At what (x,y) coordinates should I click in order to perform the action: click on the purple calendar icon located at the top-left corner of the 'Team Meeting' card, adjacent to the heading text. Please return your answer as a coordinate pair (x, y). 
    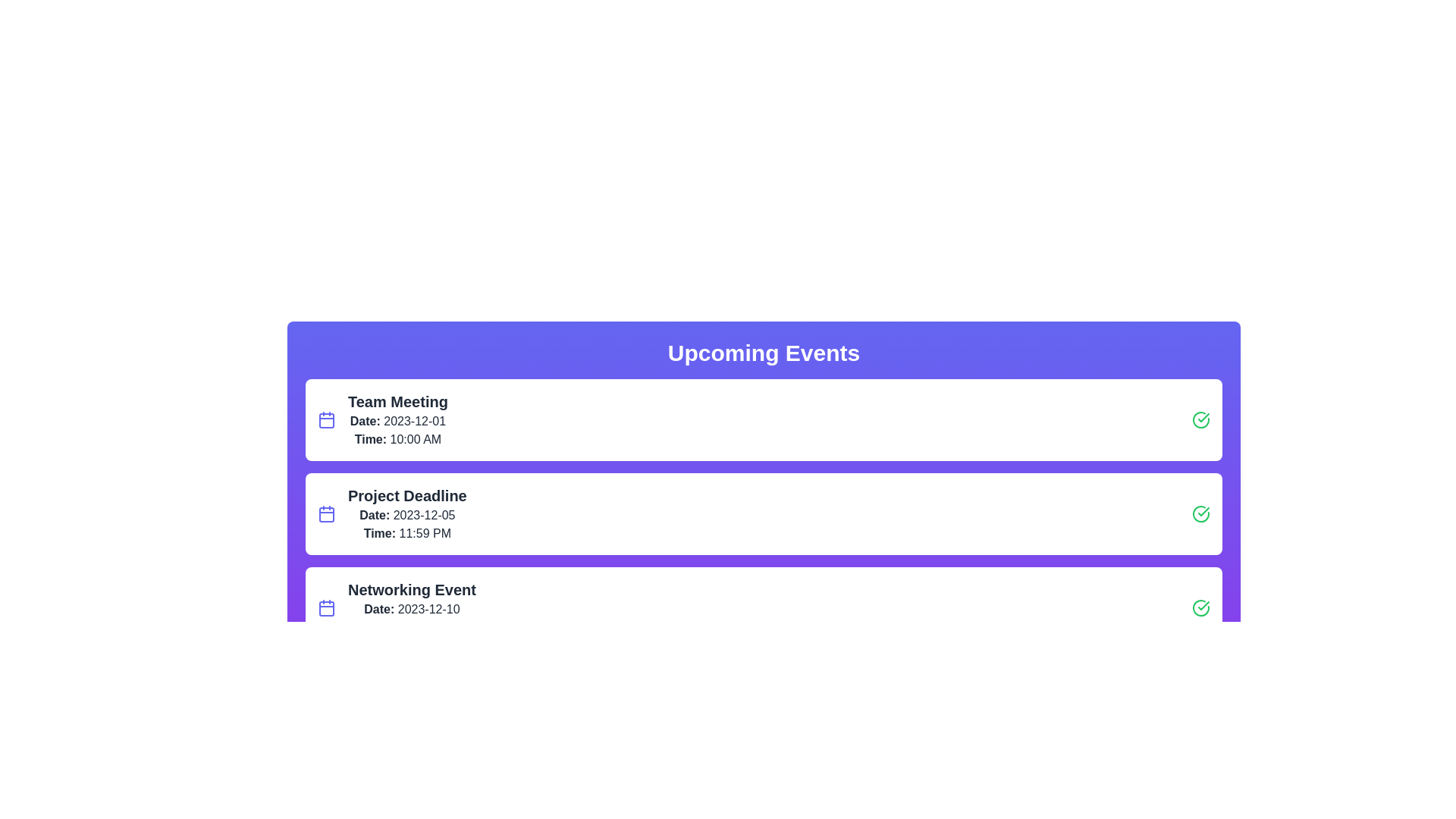
    Looking at the image, I should click on (326, 420).